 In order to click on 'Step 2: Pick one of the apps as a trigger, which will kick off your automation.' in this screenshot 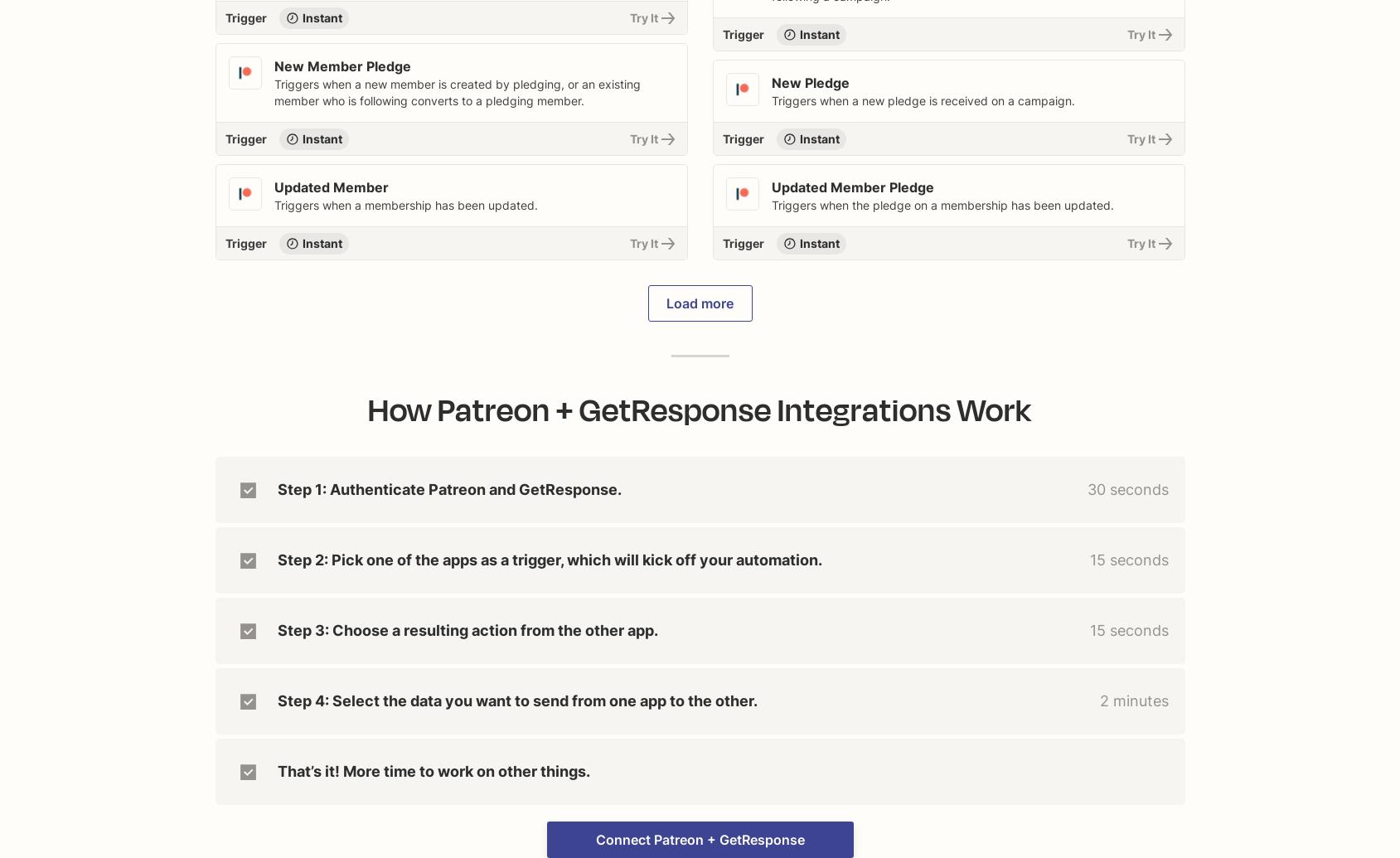, I will do `click(549, 559)`.